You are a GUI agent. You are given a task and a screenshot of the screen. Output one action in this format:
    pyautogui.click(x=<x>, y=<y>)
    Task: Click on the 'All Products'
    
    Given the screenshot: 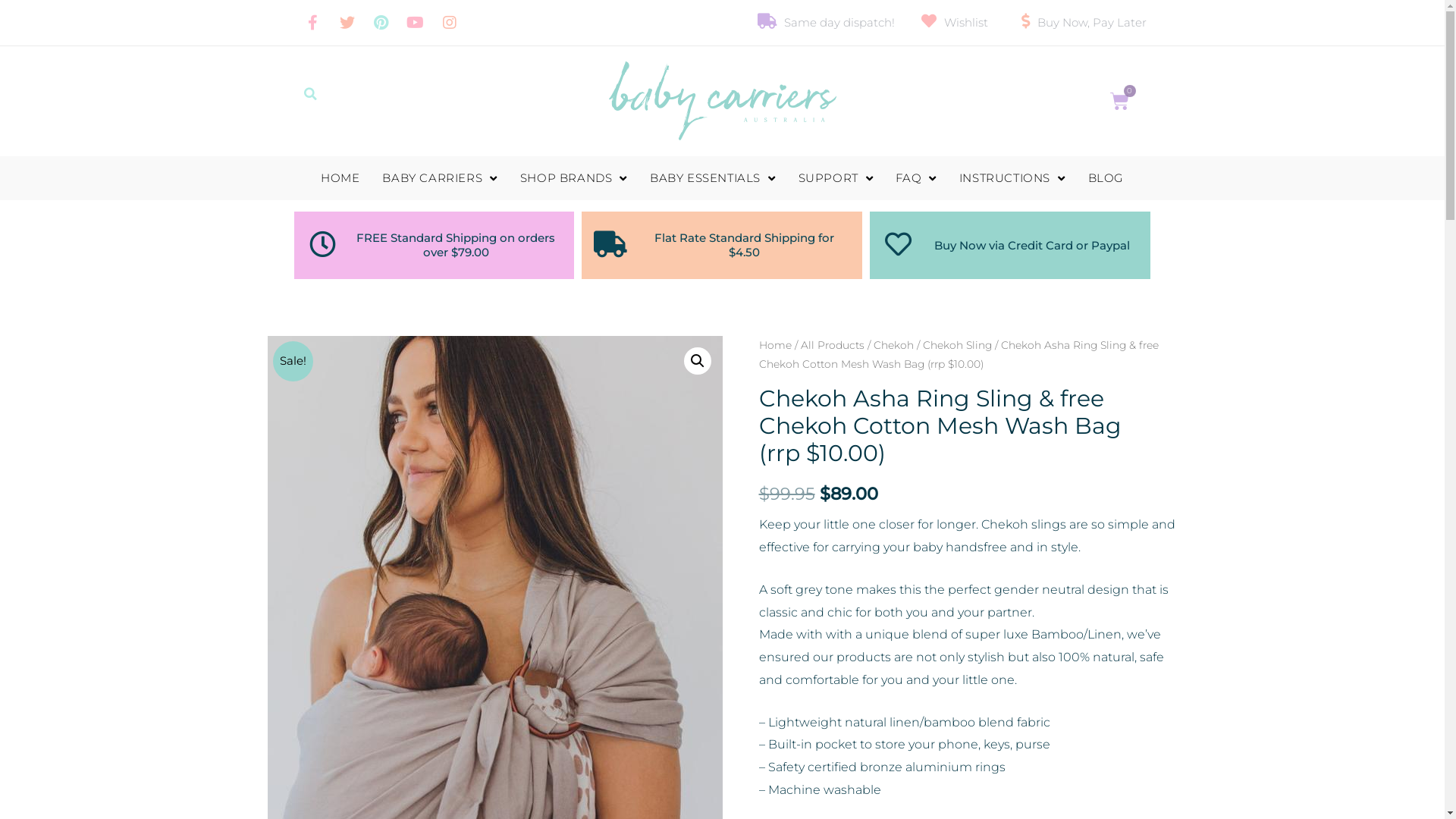 What is the action you would take?
    pyautogui.click(x=832, y=345)
    